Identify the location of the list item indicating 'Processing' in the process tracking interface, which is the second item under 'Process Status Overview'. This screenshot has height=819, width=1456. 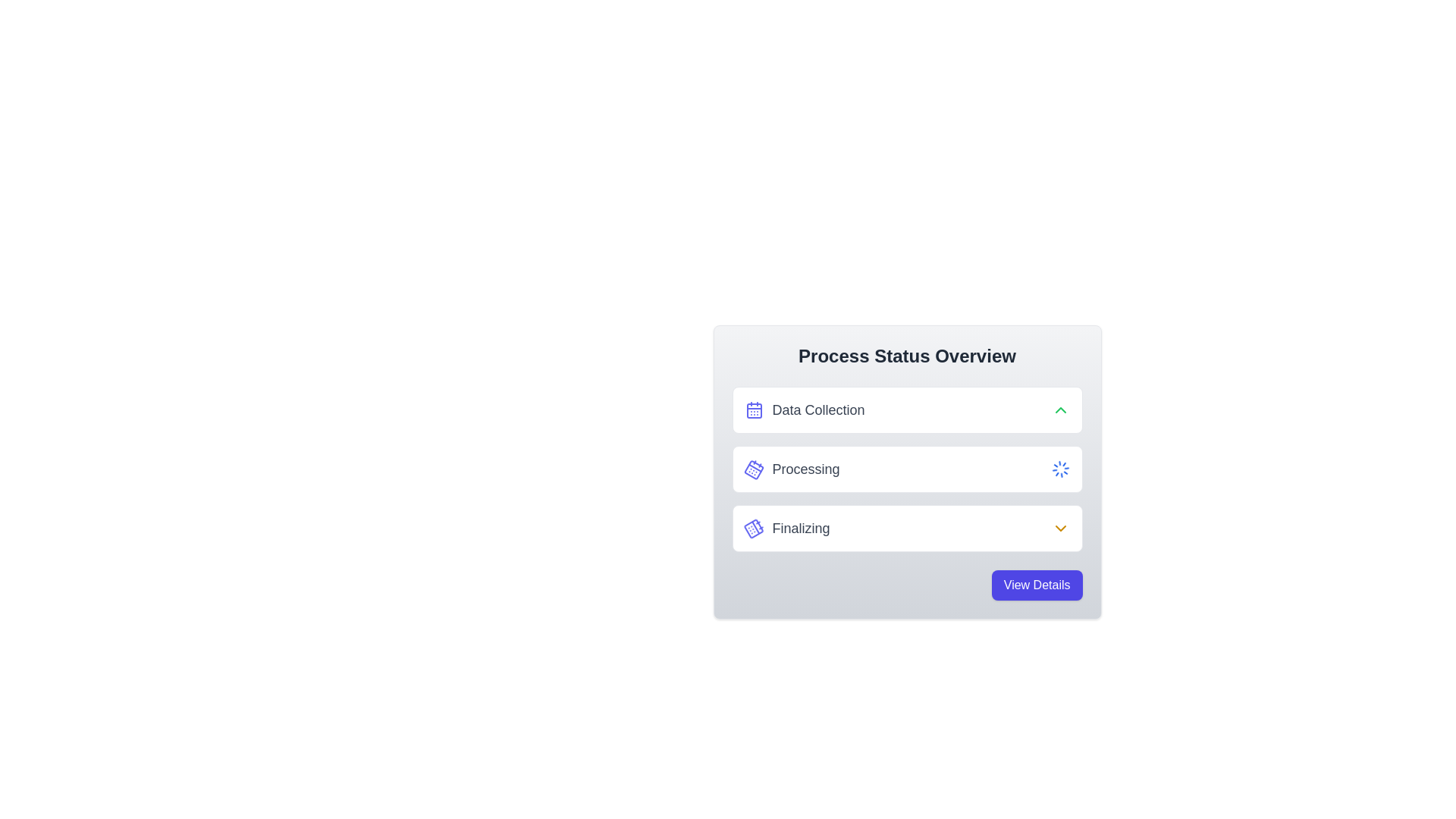
(792, 468).